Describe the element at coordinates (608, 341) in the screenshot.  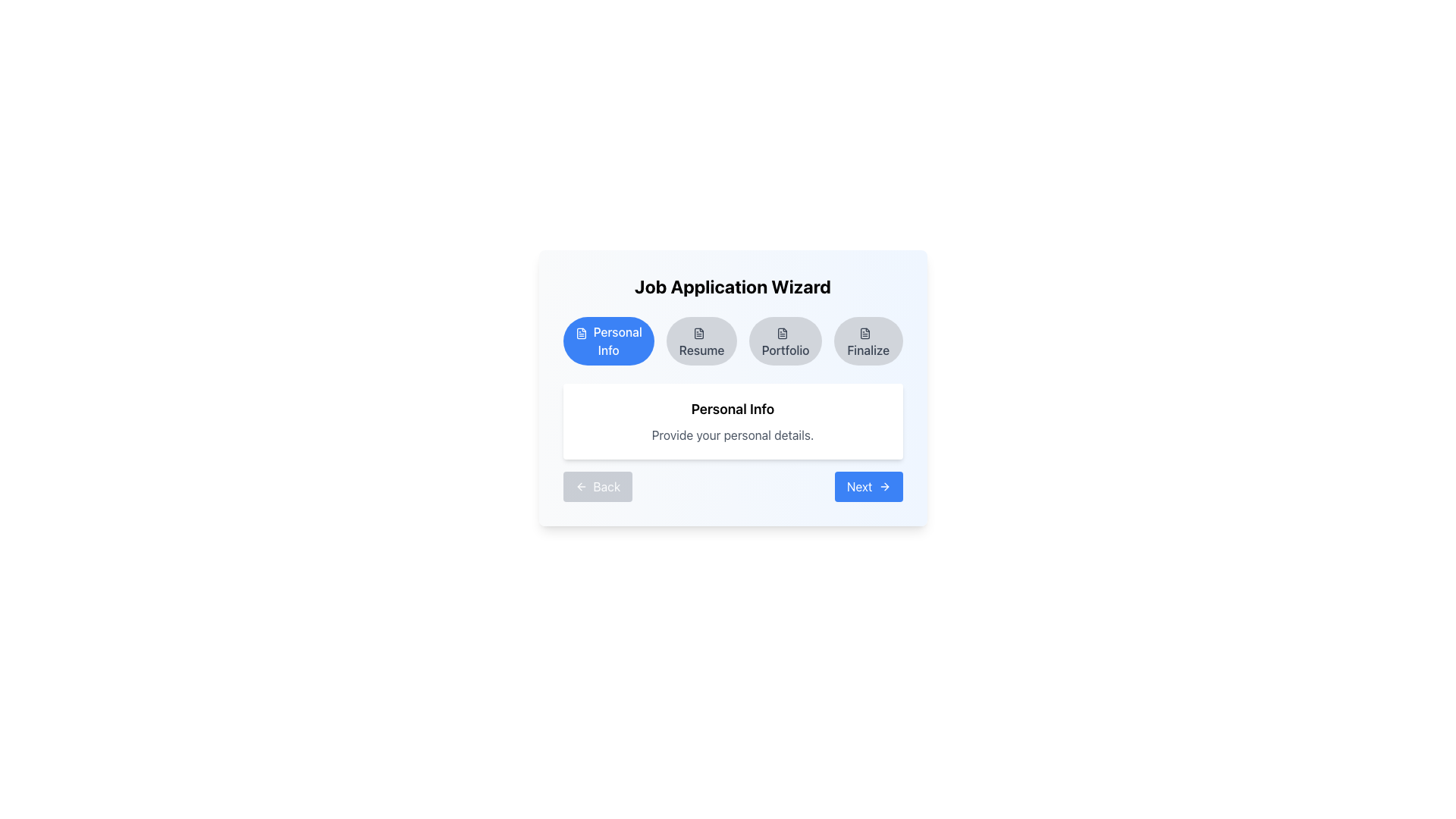
I see `the first circular button from the left in the navigation row` at that location.